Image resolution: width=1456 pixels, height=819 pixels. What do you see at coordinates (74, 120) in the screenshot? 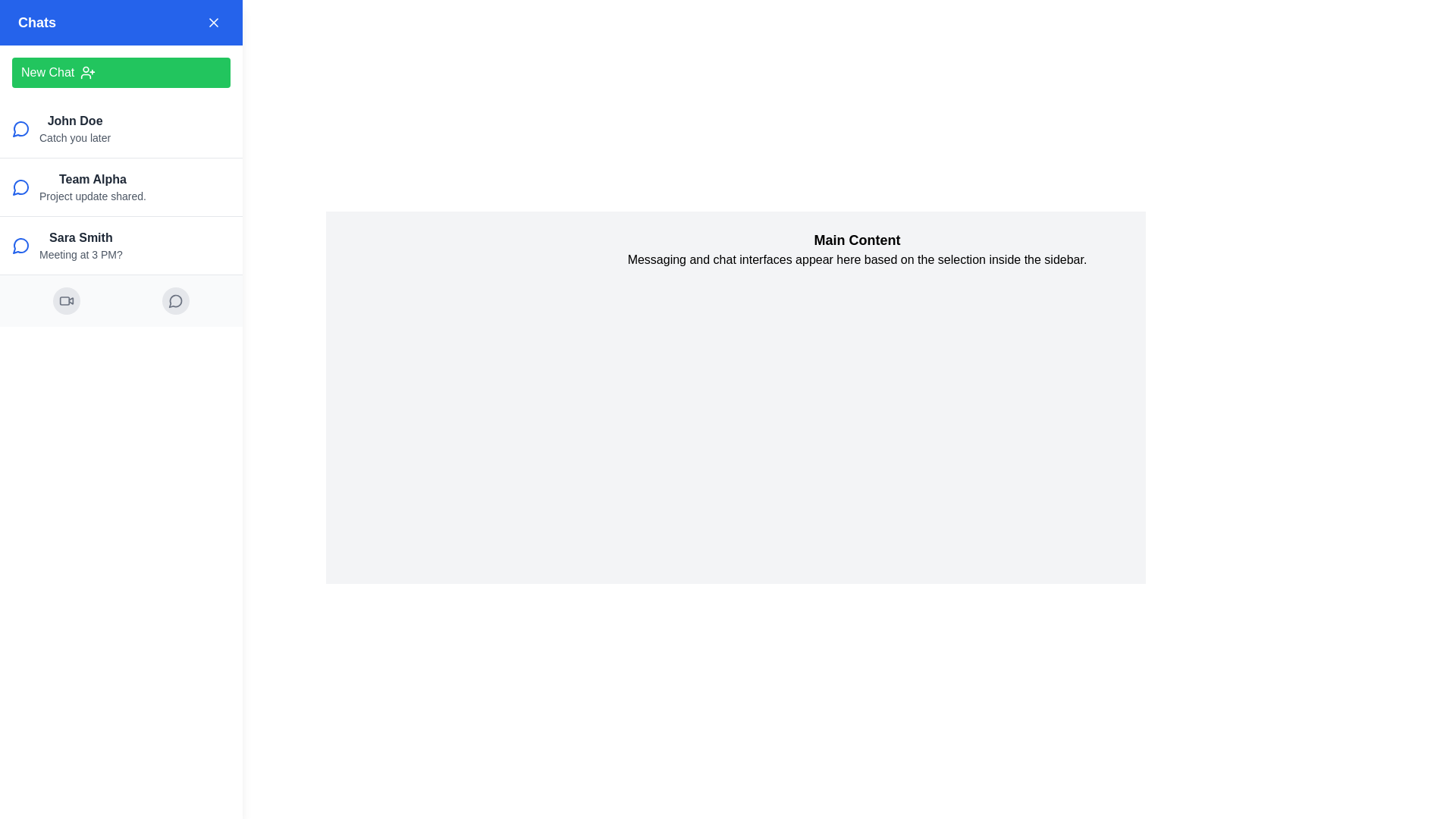
I see `the text label displaying 'John Doe', which is located in the left sidebar of the application, just under the green 'New Chat' button` at bounding box center [74, 120].